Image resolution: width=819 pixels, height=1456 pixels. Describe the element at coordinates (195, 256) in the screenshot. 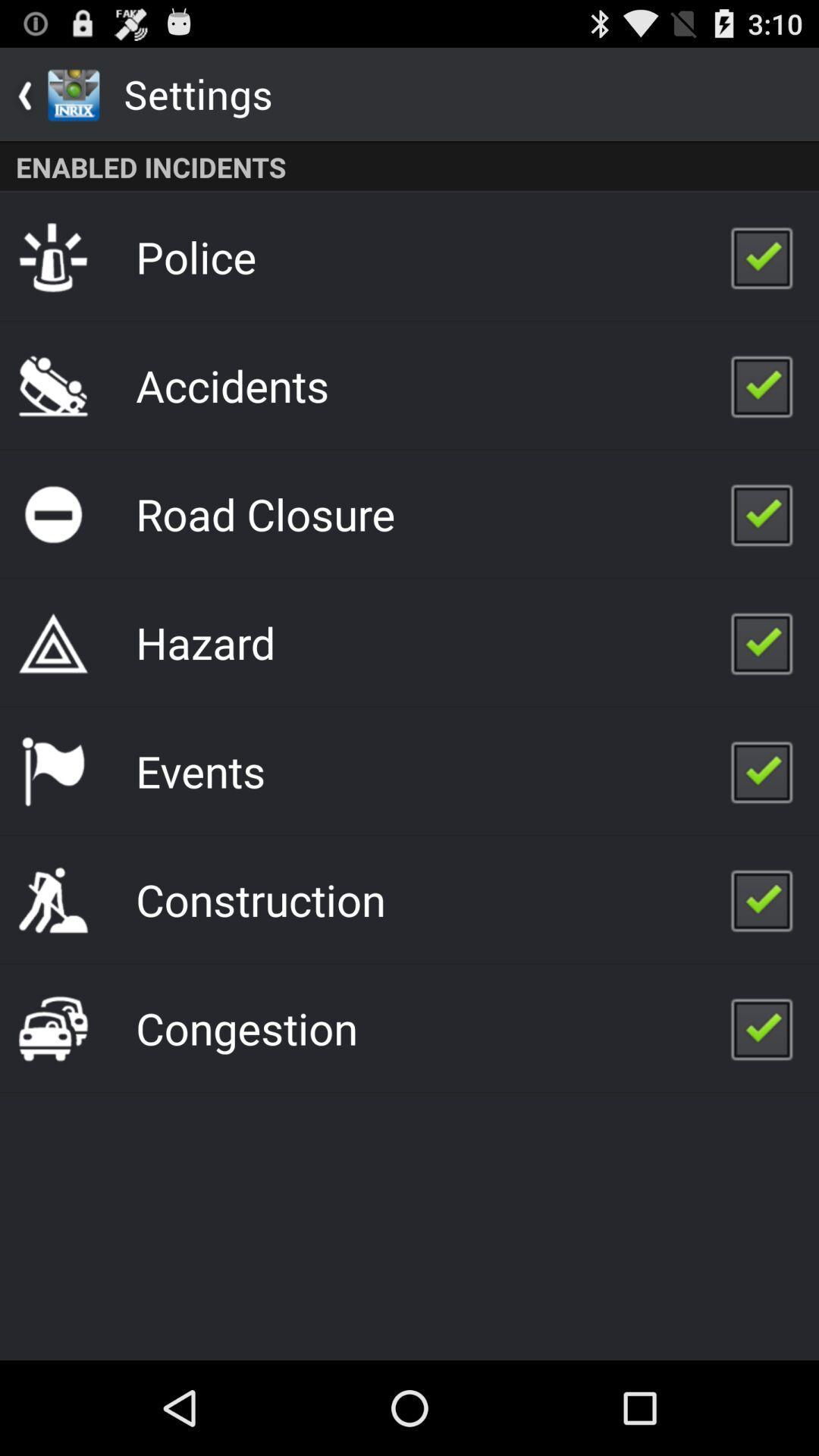

I see `police icon` at that location.